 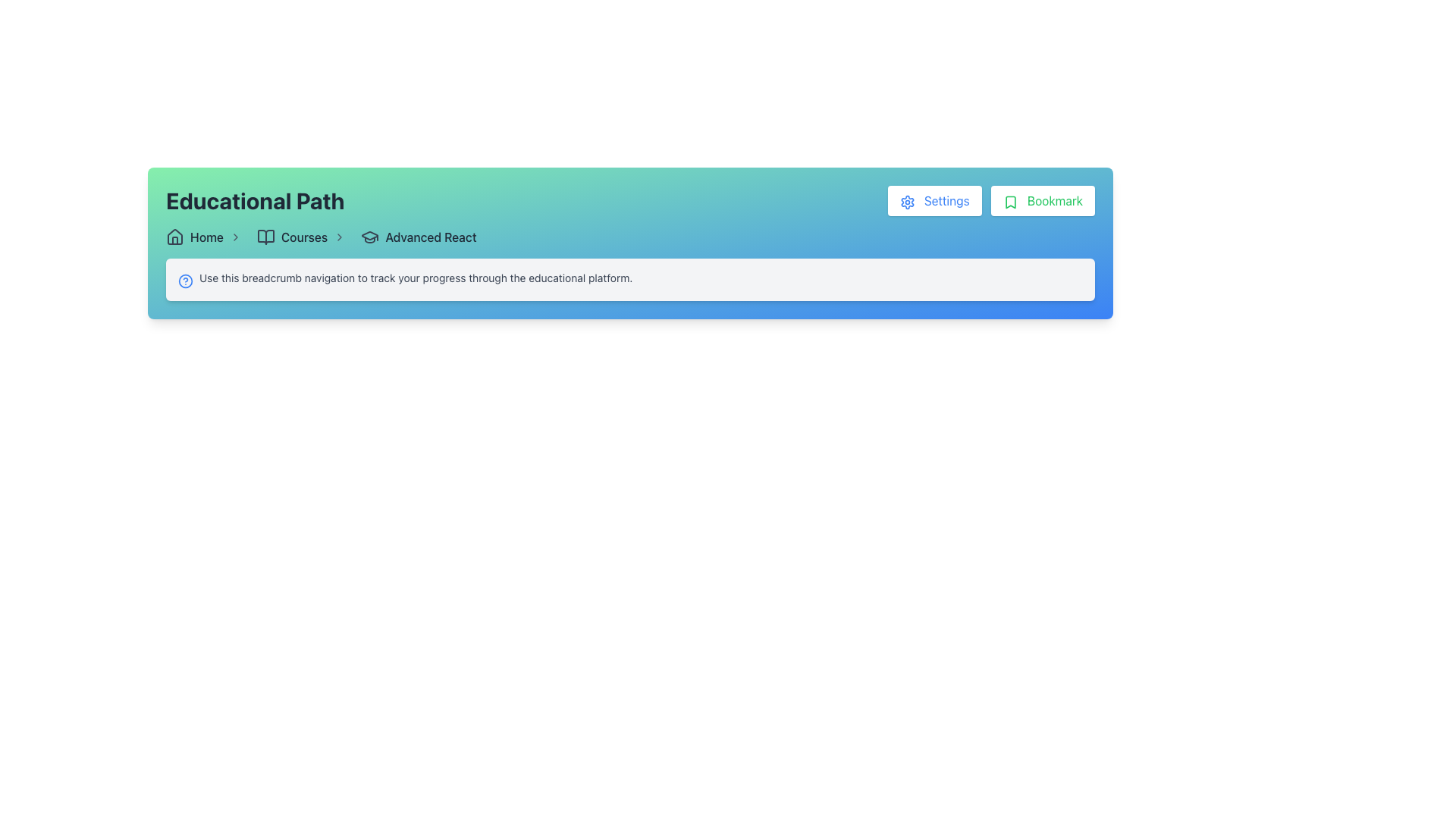 I want to click on the Breadcrumb Navigation Item labeled 'Advanced React', so click(x=419, y=237).